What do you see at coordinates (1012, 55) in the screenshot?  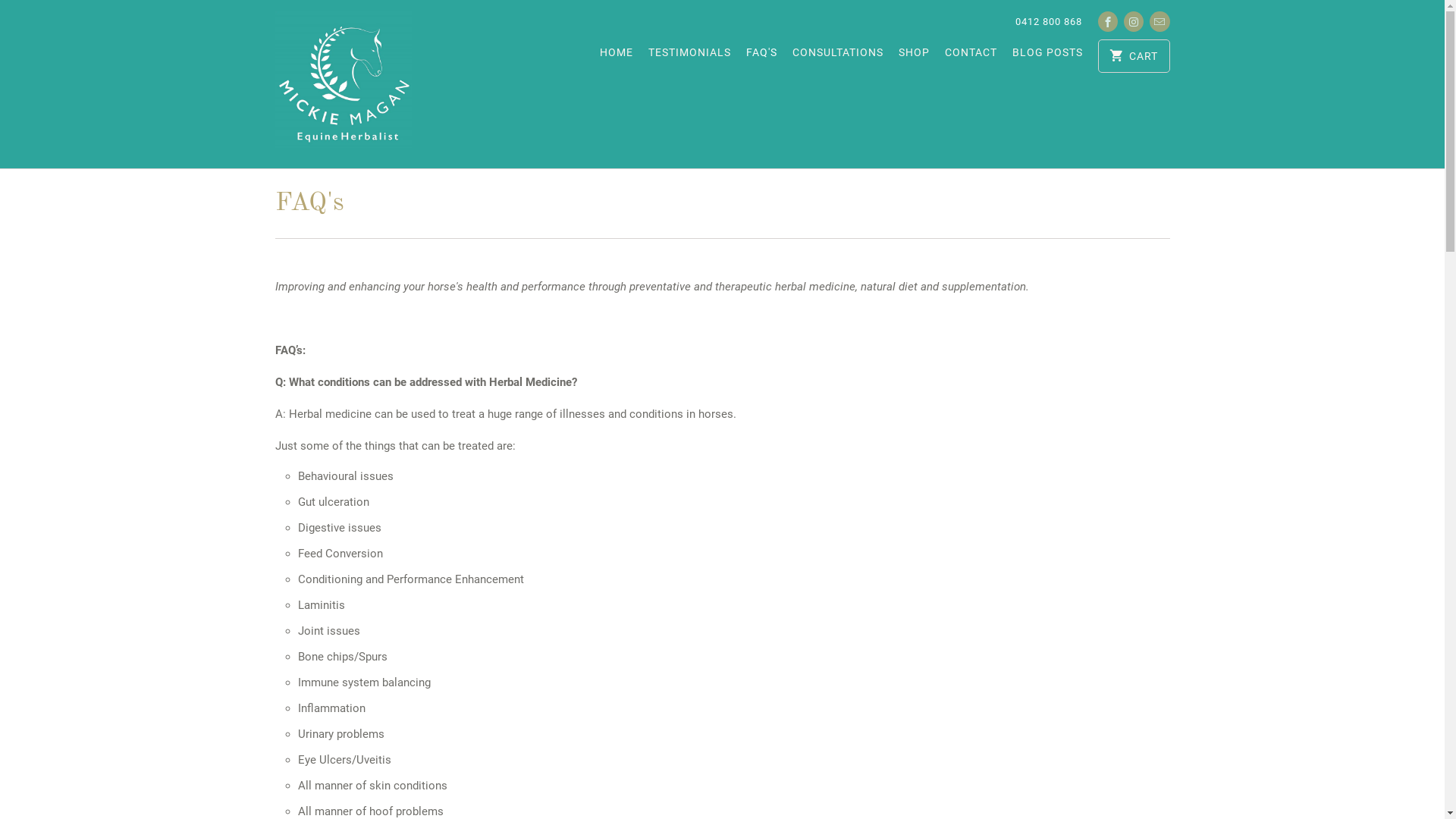 I see `'BLOG POSTS'` at bounding box center [1012, 55].